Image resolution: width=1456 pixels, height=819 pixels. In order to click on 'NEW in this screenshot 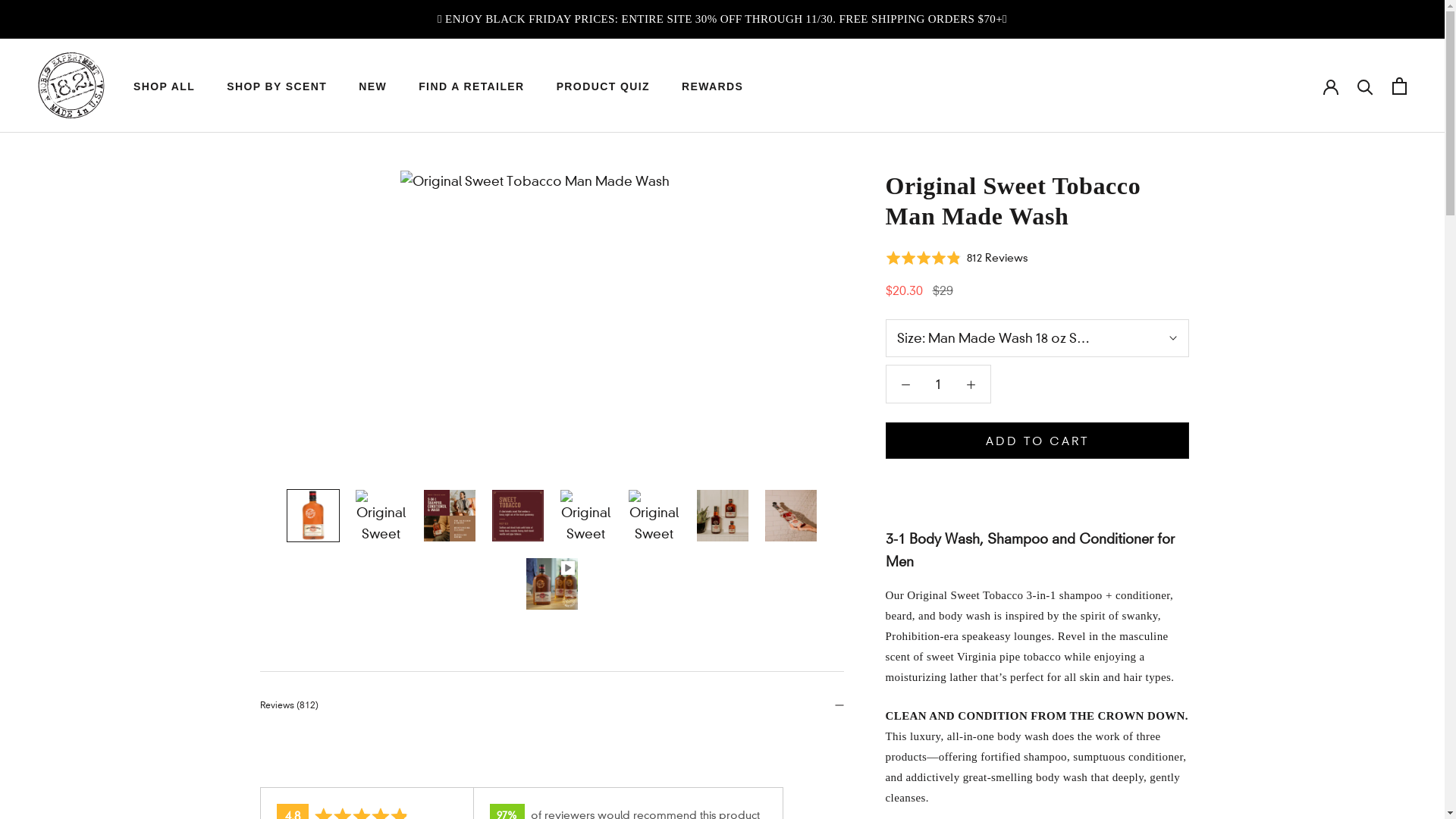, I will do `click(372, 86)`.